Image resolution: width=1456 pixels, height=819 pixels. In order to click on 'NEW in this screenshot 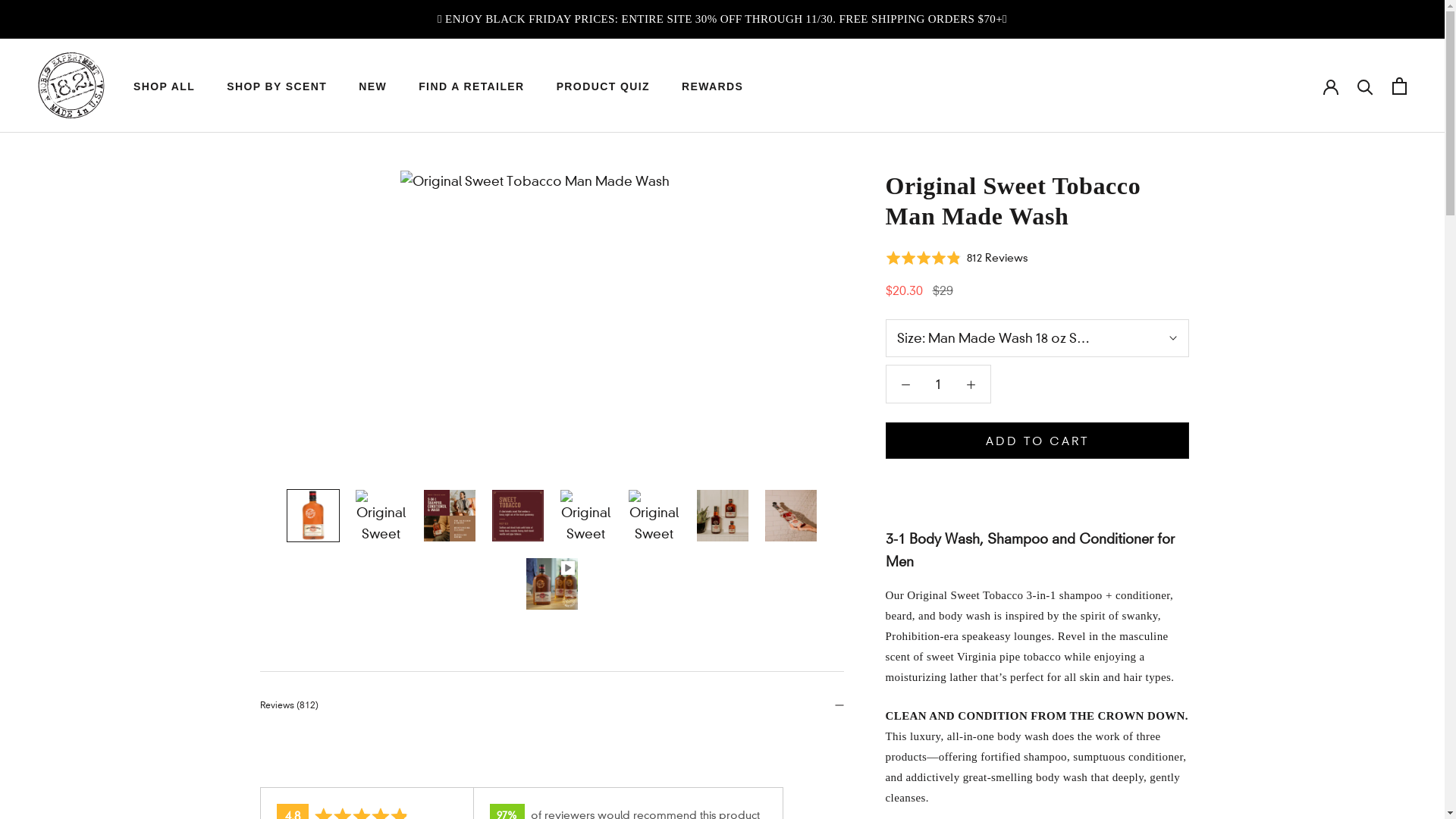, I will do `click(372, 86)`.